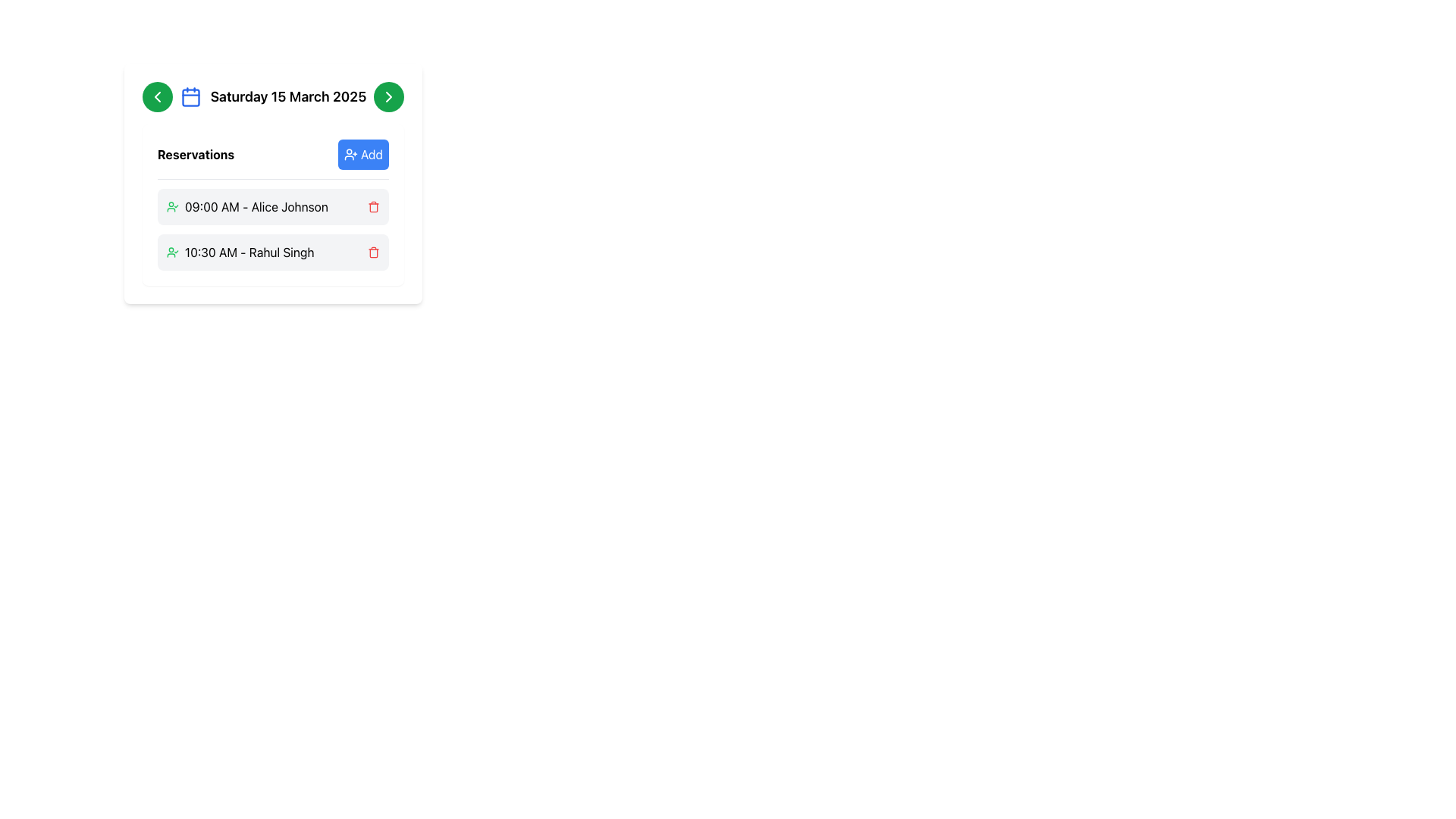 The height and width of the screenshot is (819, 1456). Describe the element at coordinates (362, 155) in the screenshot. I see `the blue 'Add' button with a white user-plus icon in the upper-right of the 'Reservations' section to observe hover effects` at that location.